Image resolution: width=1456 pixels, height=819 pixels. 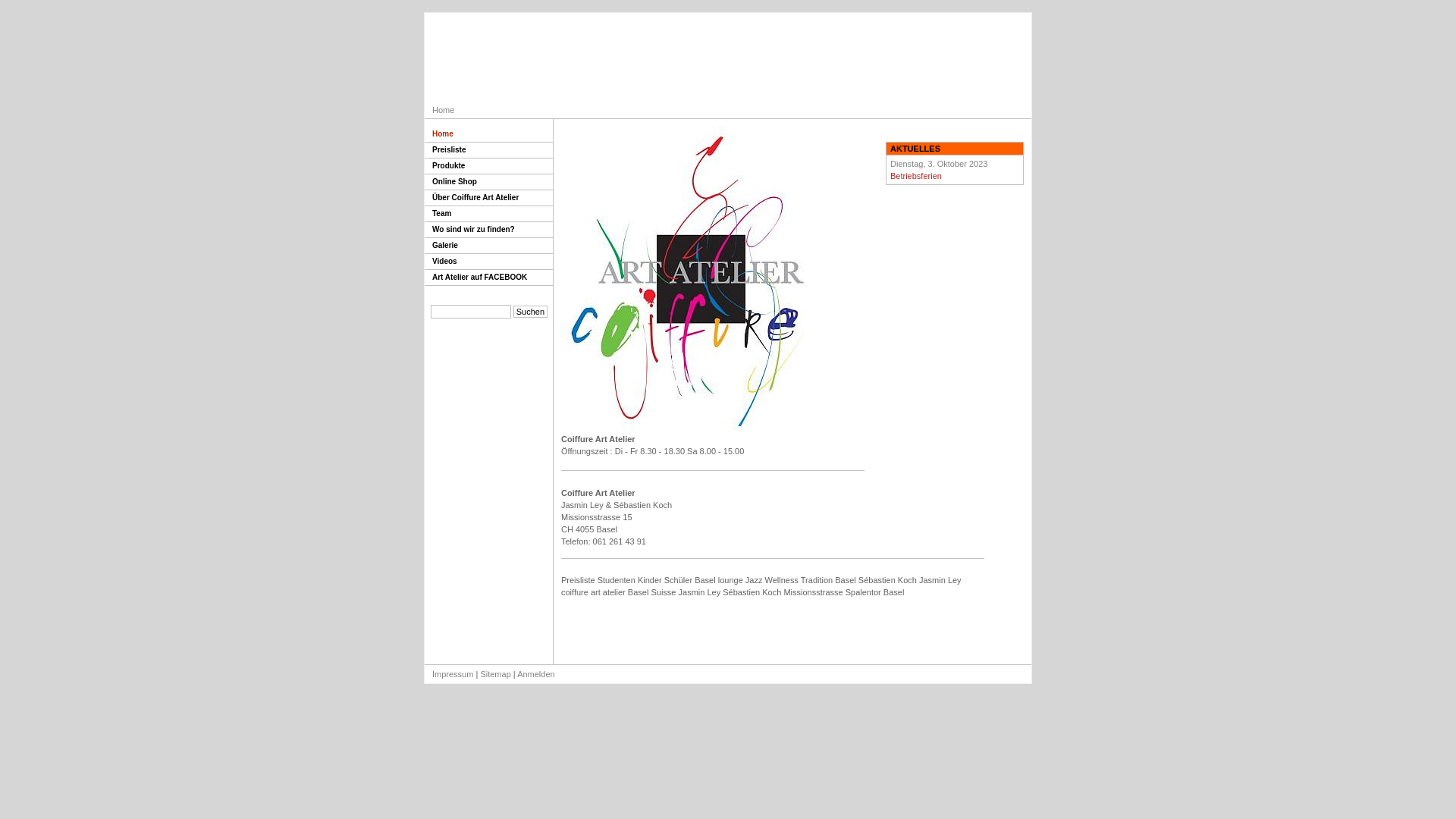 What do you see at coordinates (698, 591) in the screenshot?
I see `'Jasmin Ley'` at bounding box center [698, 591].